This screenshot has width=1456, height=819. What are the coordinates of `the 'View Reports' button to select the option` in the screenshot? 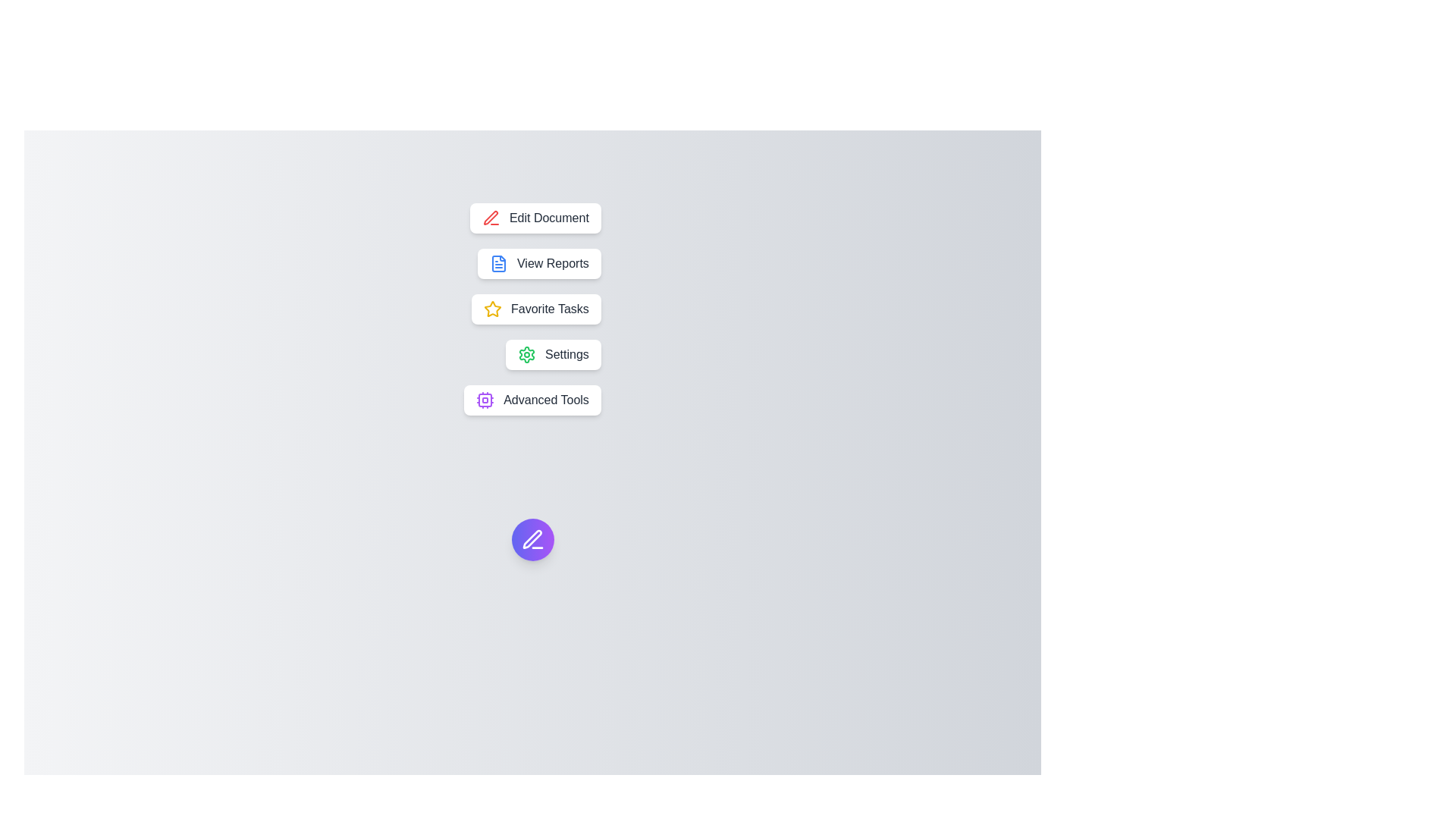 It's located at (539, 262).